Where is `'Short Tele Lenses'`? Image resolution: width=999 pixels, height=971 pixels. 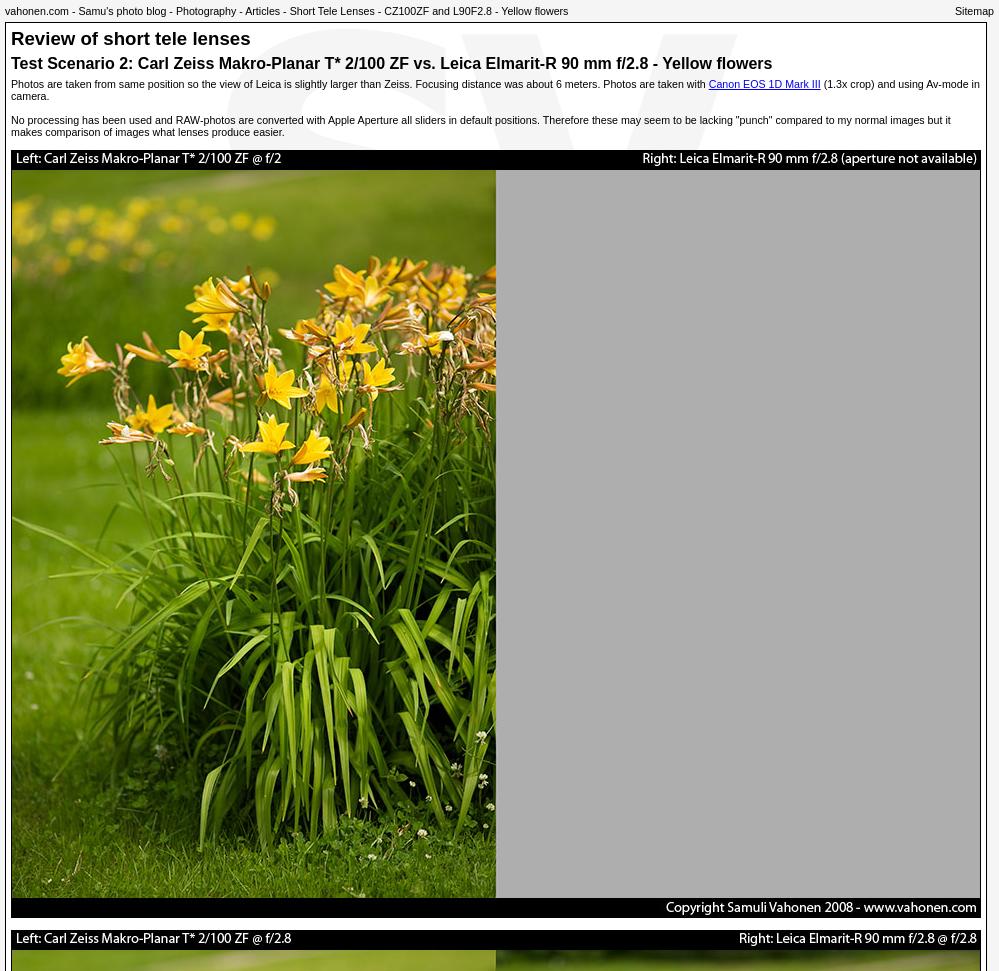 'Short Tele Lenses' is located at coordinates (330, 10).